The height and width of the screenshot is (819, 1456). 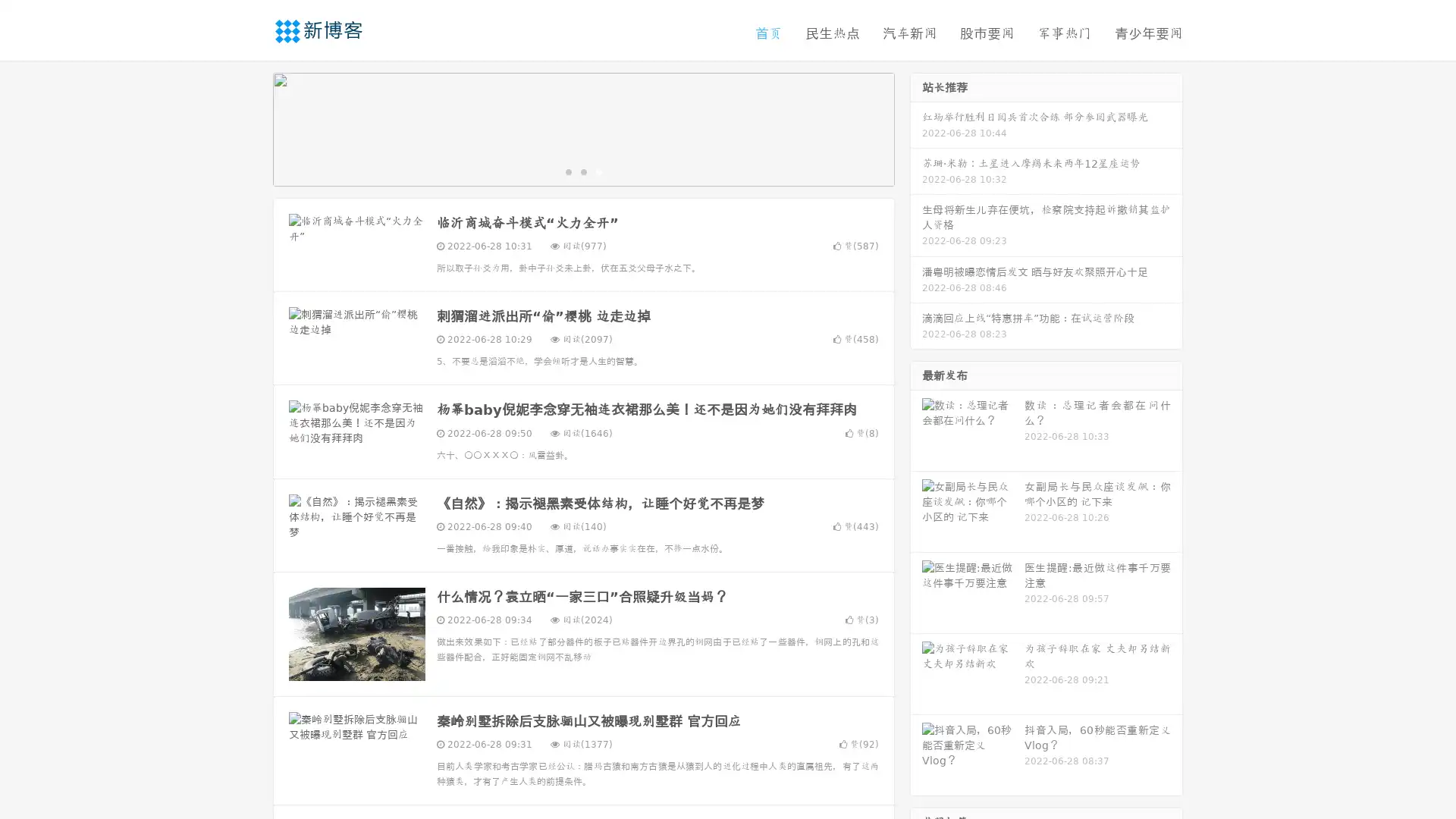 I want to click on Go to slide 3, so click(x=598, y=171).